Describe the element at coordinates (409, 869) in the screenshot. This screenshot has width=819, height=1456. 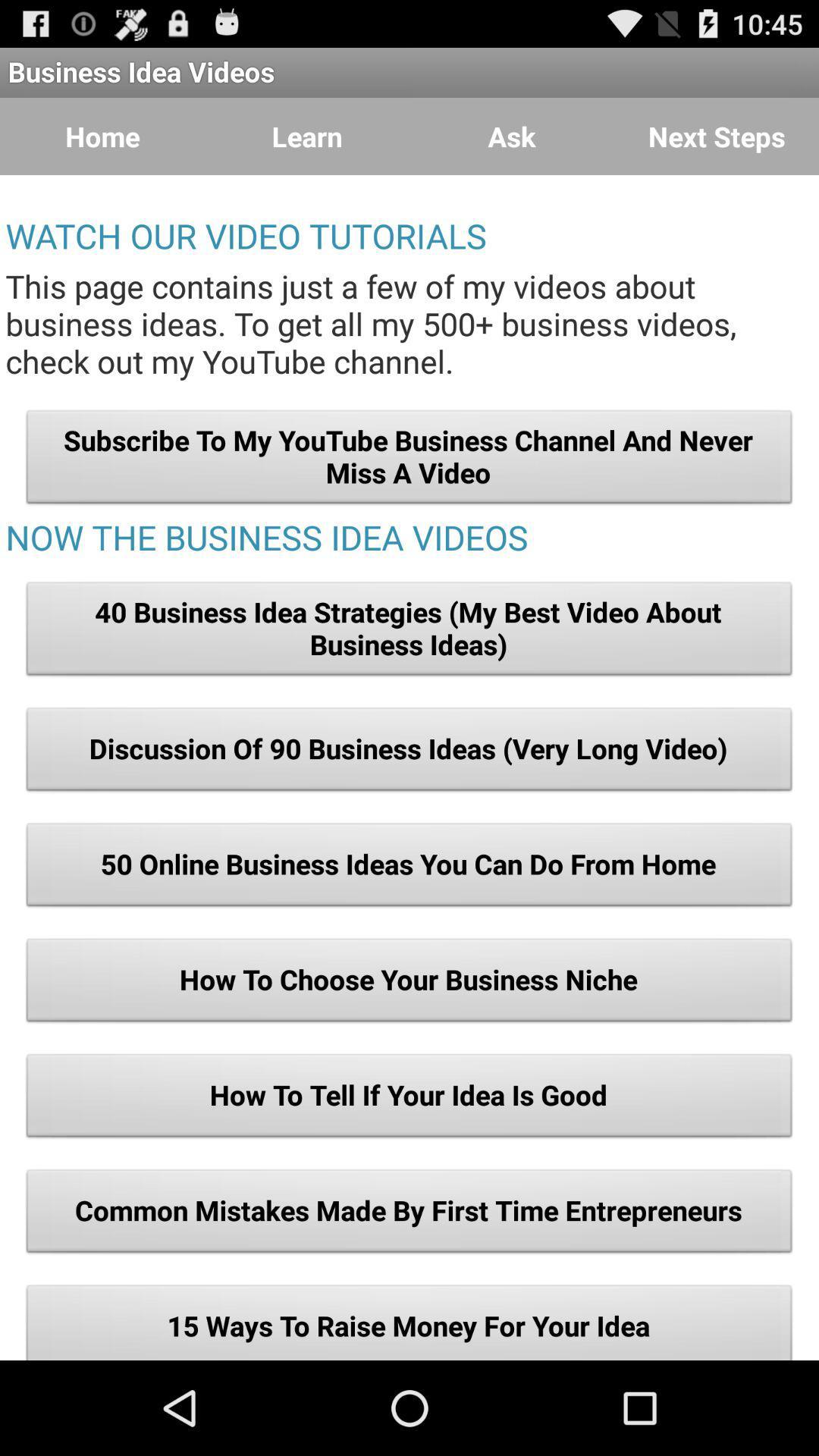
I see `item above the how to choose button` at that location.